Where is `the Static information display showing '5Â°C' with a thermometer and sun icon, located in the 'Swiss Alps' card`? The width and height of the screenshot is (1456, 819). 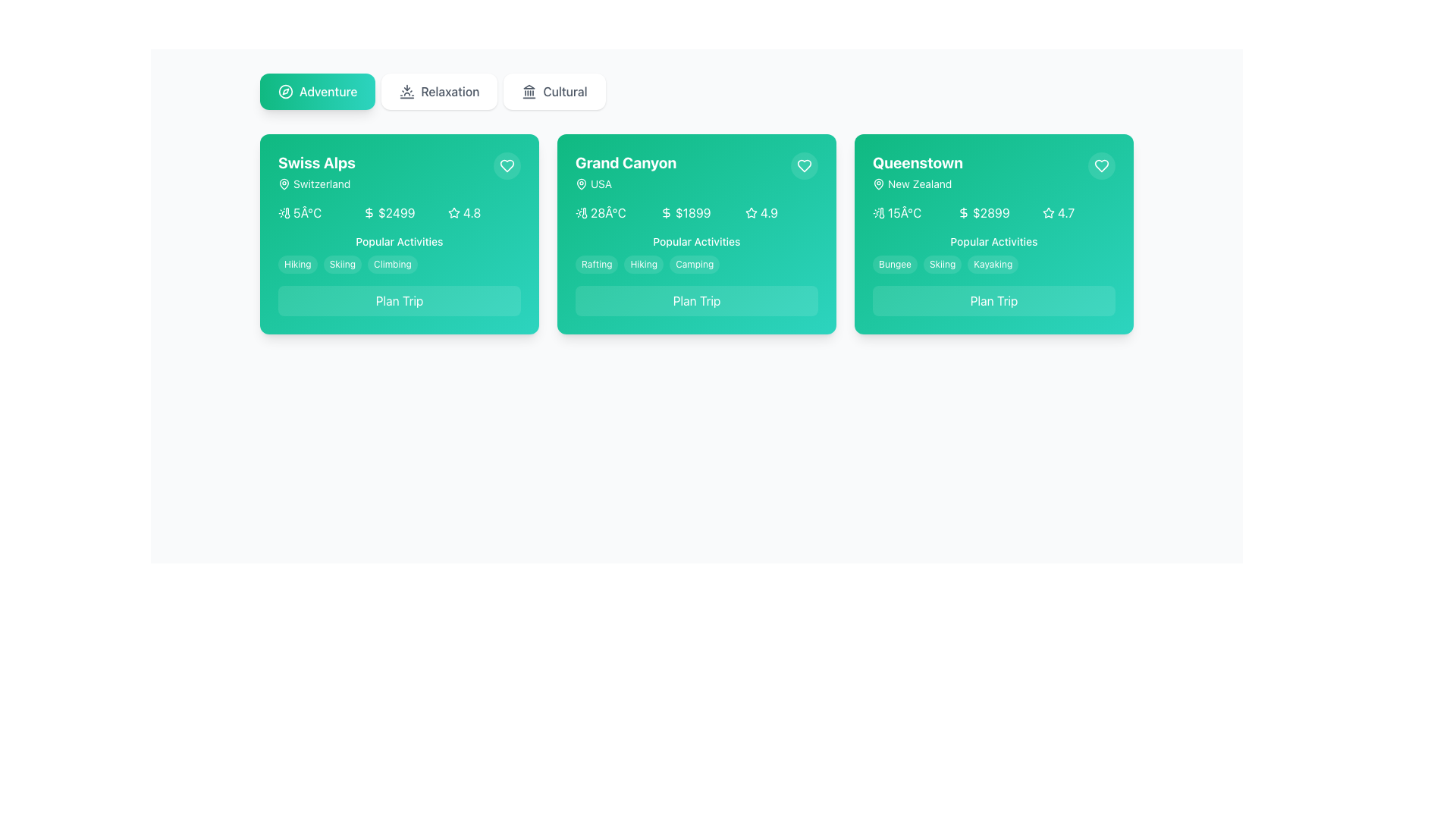
the Static information display showing '5Â°C' with a thermometer and sun icon, located in the 'Swiss Alps' card is located at coordinates (313, 213).